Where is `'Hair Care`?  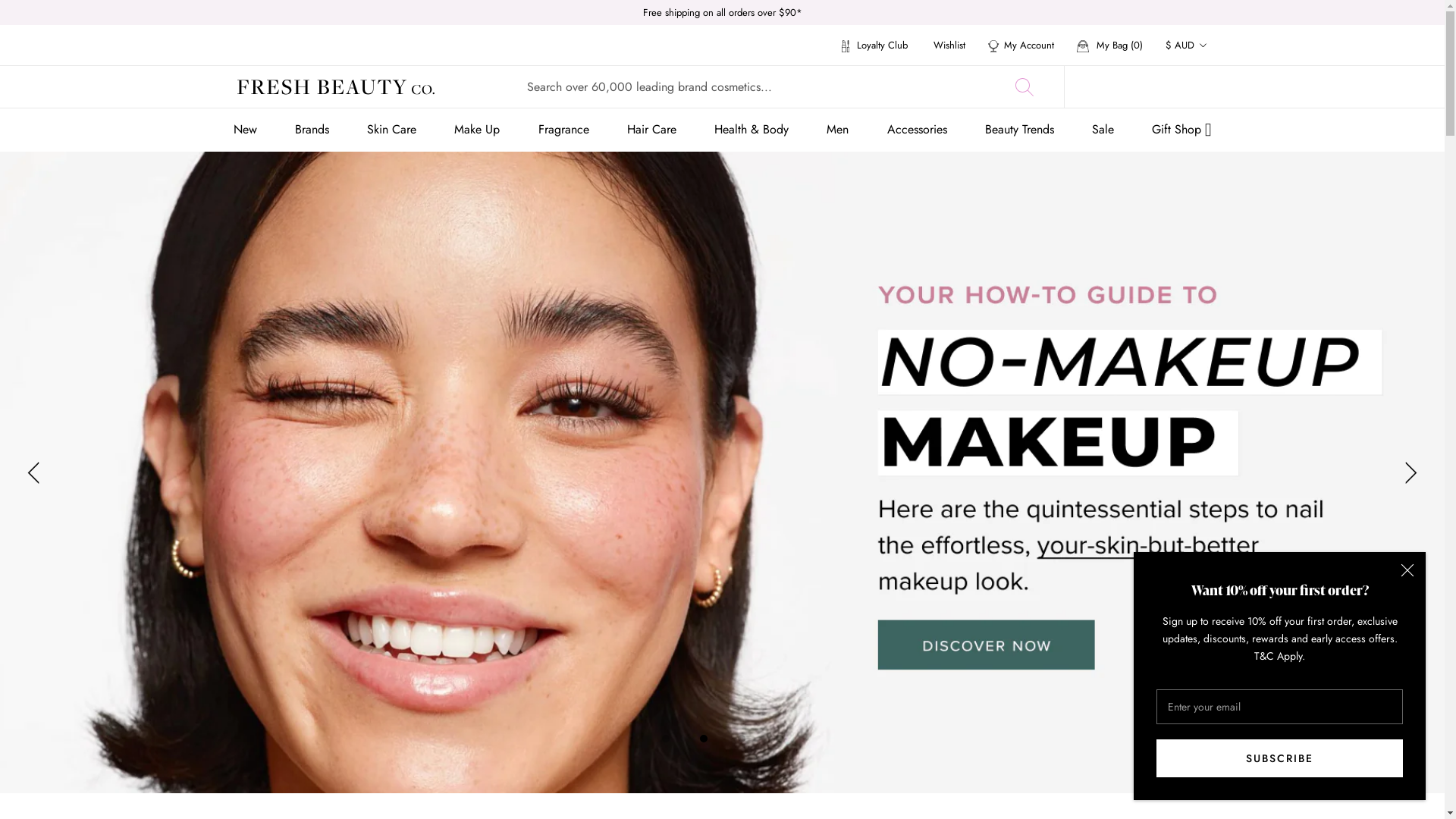
'Hair Care is located at coordinates (651, 128).